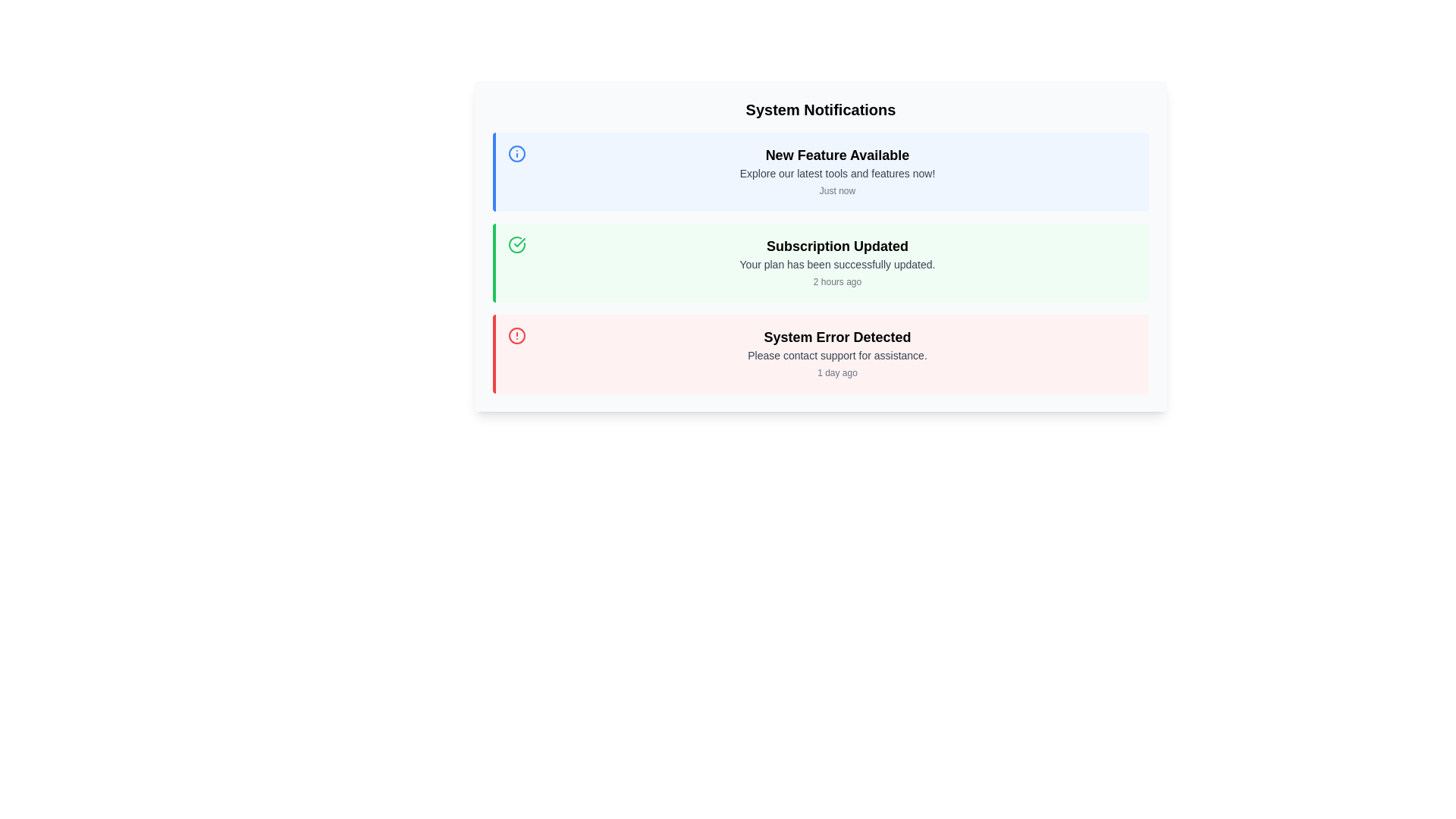  I want to click on the checkmark icon in the green notification area, which indicates a completed action or success status, so click(516, 244).